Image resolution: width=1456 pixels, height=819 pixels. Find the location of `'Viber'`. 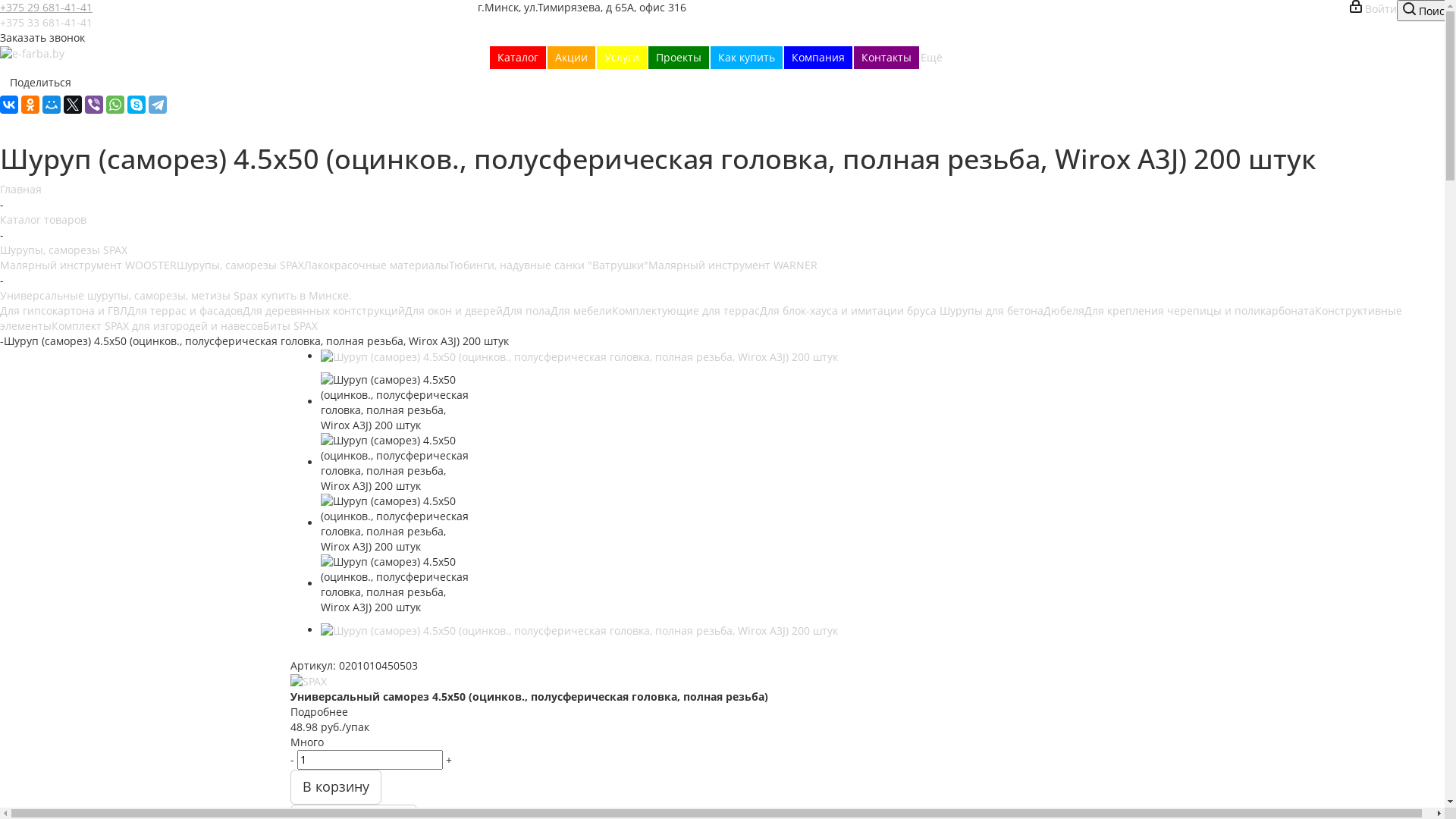

'Viber' is located at coordinates (93, 104).